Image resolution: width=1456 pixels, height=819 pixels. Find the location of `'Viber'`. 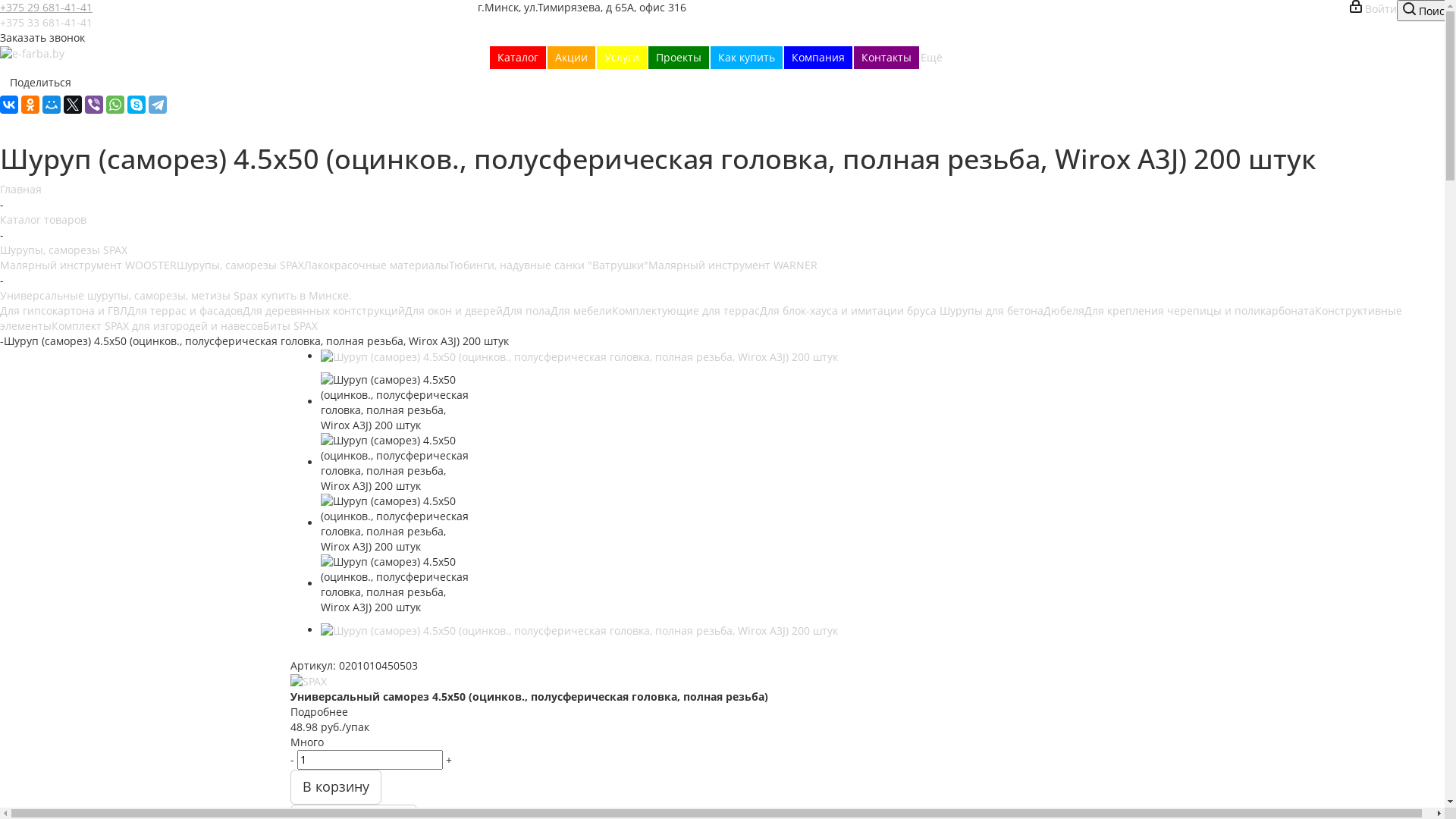

'Viber' is located at coordinates (93, 104).